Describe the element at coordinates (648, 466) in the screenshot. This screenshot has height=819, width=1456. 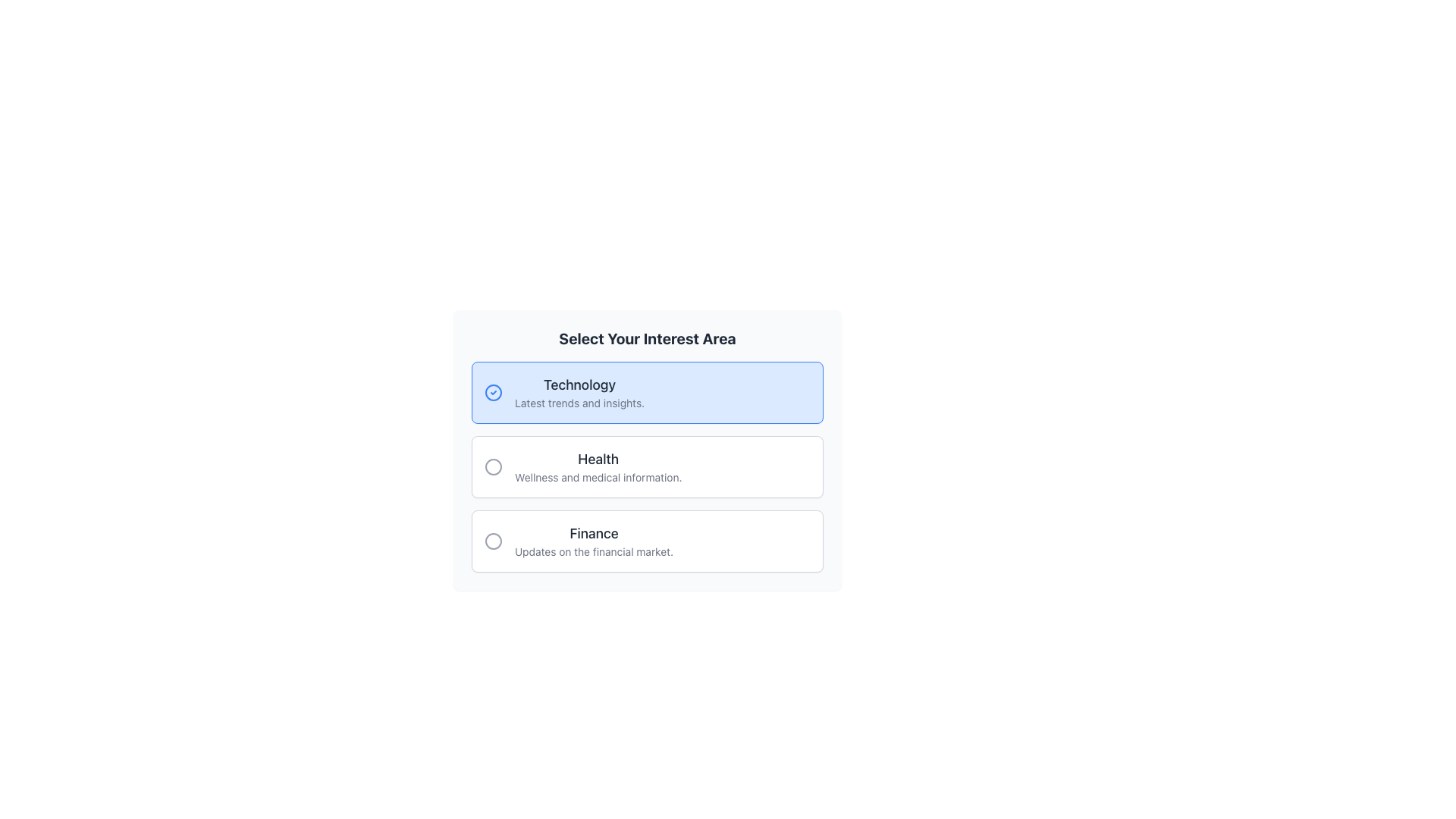
I see `the 'Health' selectable option within the 'Select Your Interest Area' widget` at that location.